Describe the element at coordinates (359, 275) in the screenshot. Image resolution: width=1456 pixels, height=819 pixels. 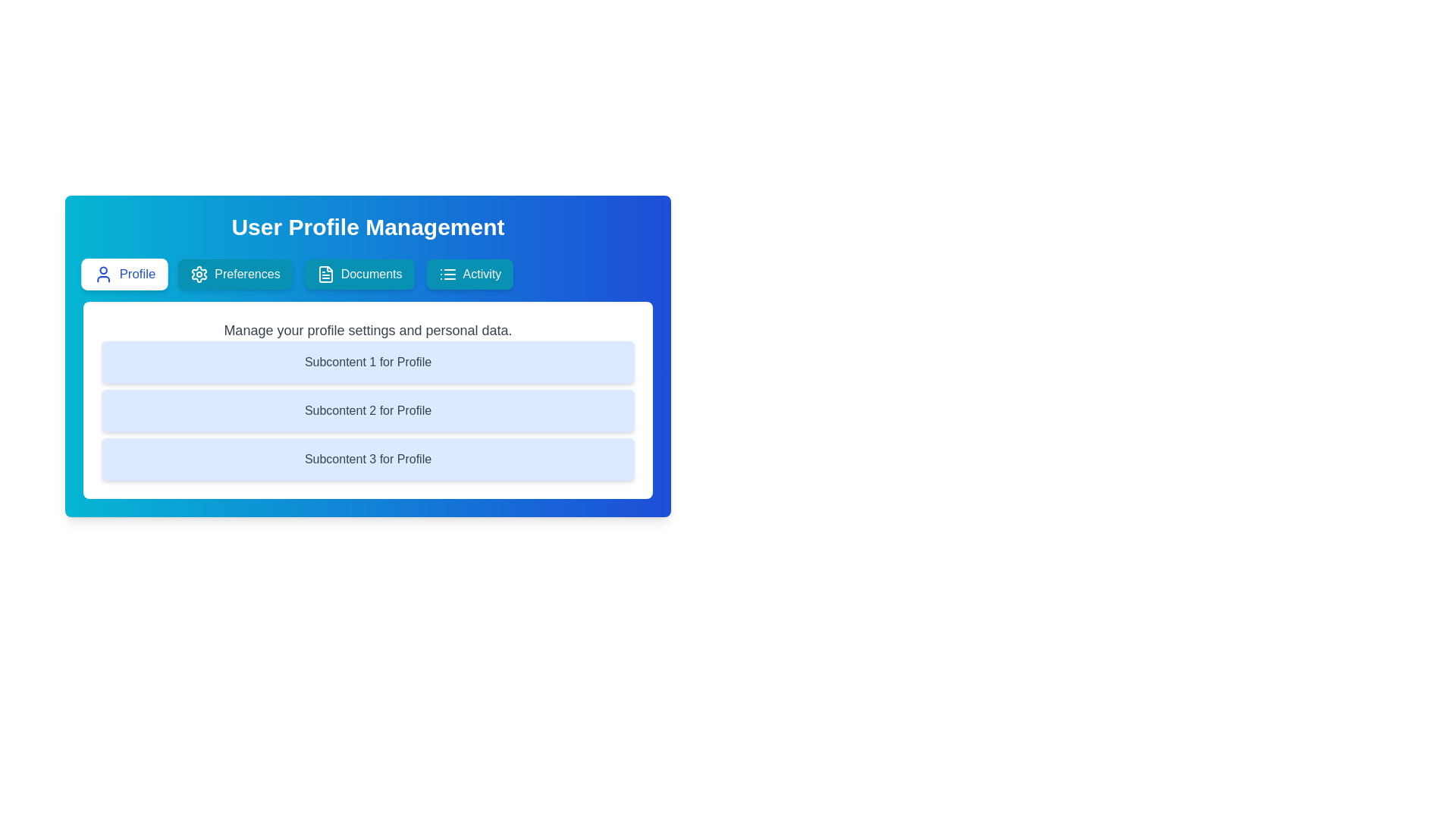
I see `the 'Documents' button with a cyan background and white text, which is the third element in the horizontal tab bar at the top of the UI` at that location.